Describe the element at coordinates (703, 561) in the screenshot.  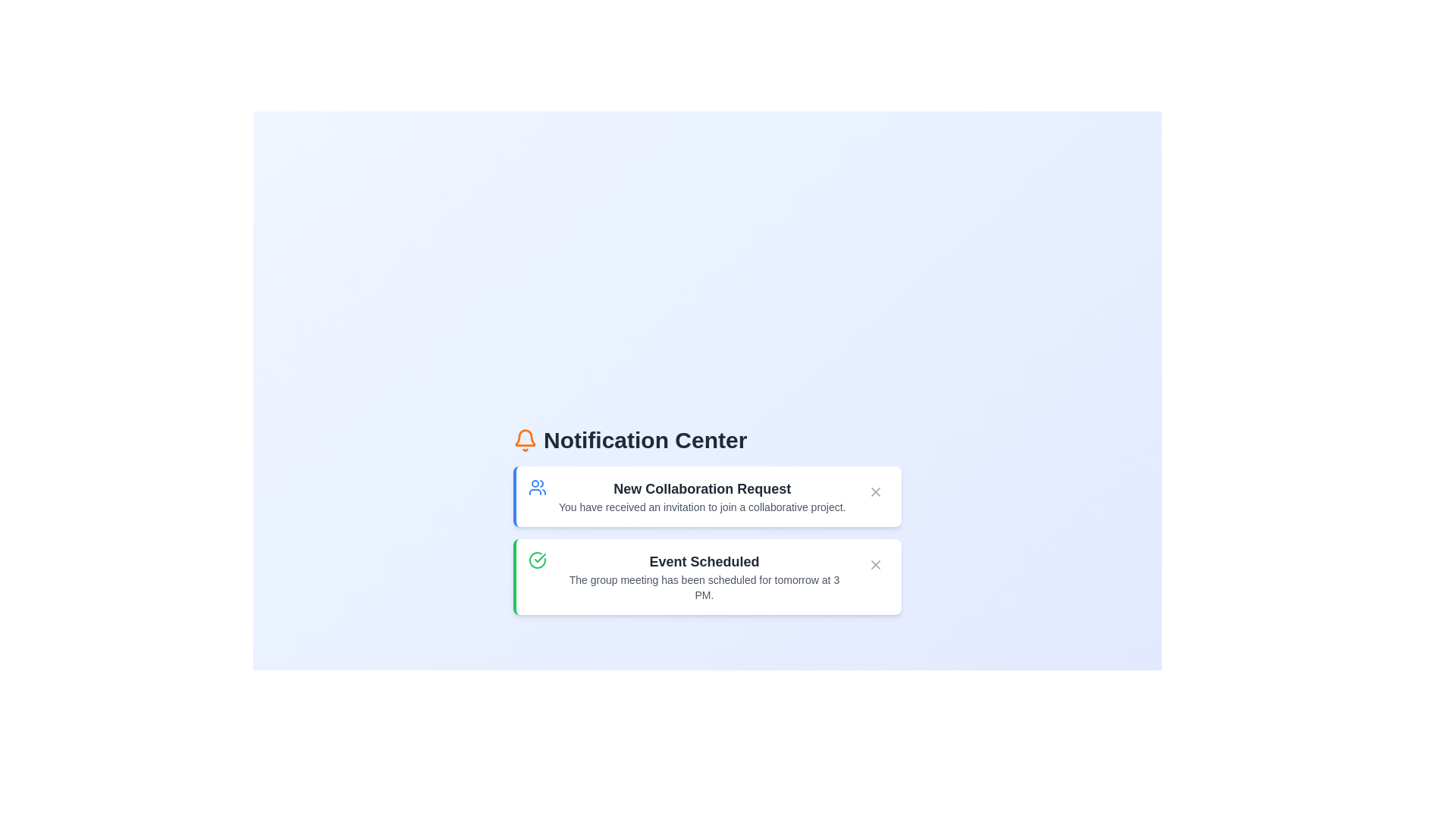
I see `the text label that serves as the title of the second notification card in the notification center, summarizing the scheduled event` at that location.